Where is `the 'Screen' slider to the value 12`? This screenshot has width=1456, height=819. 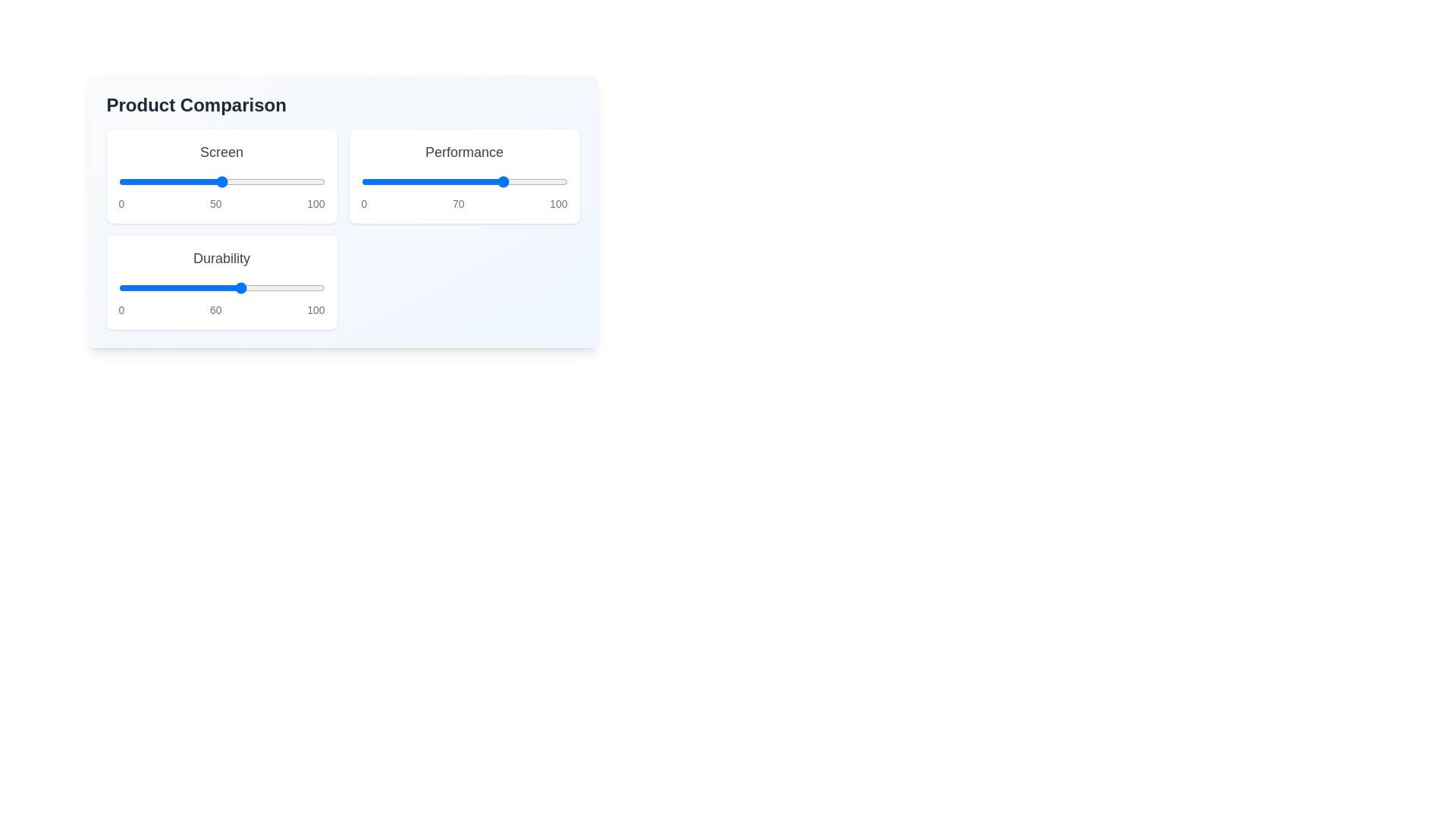 the 'Screen' slider to the value 12 is located at coordinates (143, 180).